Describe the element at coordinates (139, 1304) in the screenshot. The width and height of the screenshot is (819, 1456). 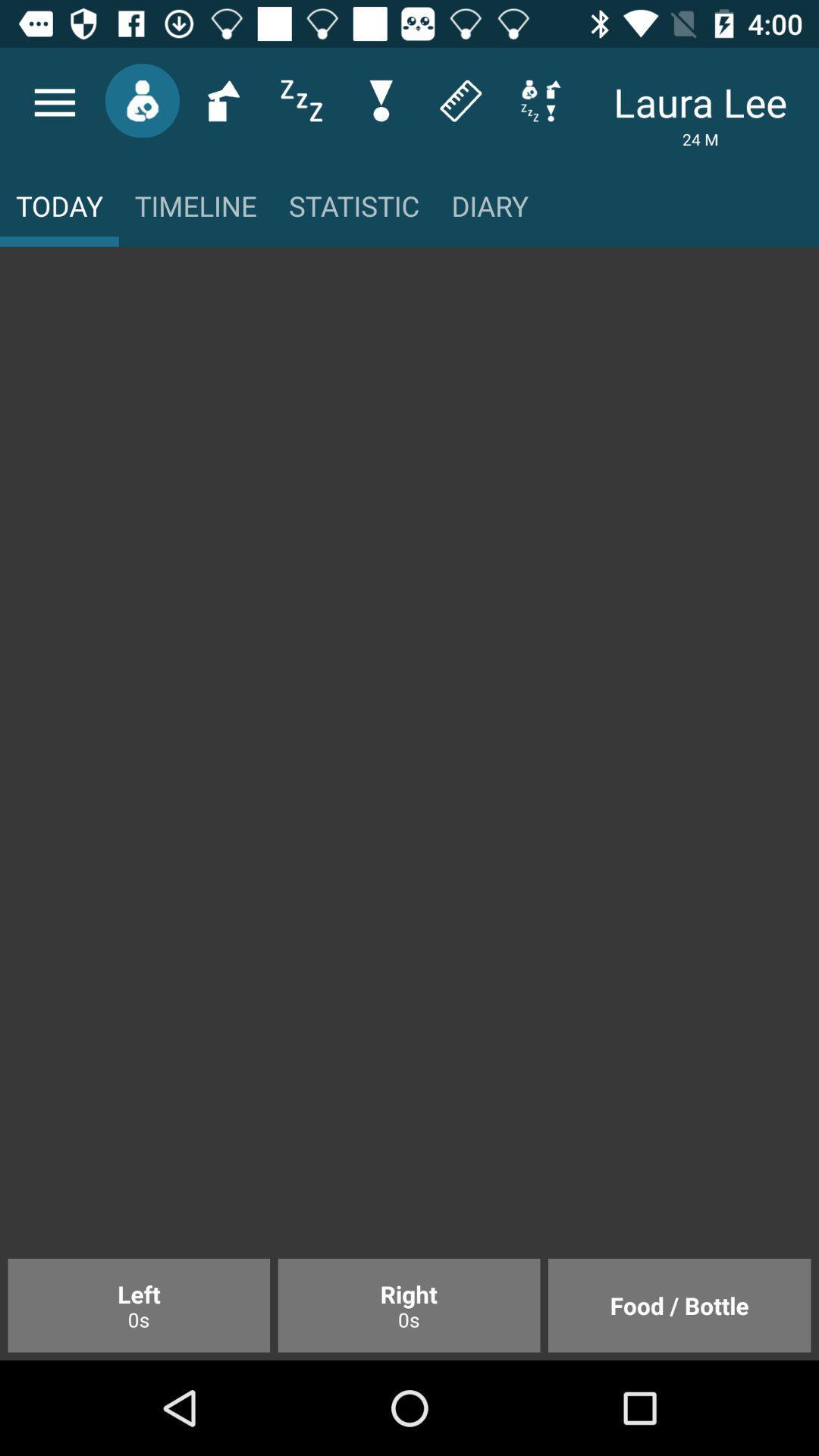
I see `the item at the bottom left corner` at that location.